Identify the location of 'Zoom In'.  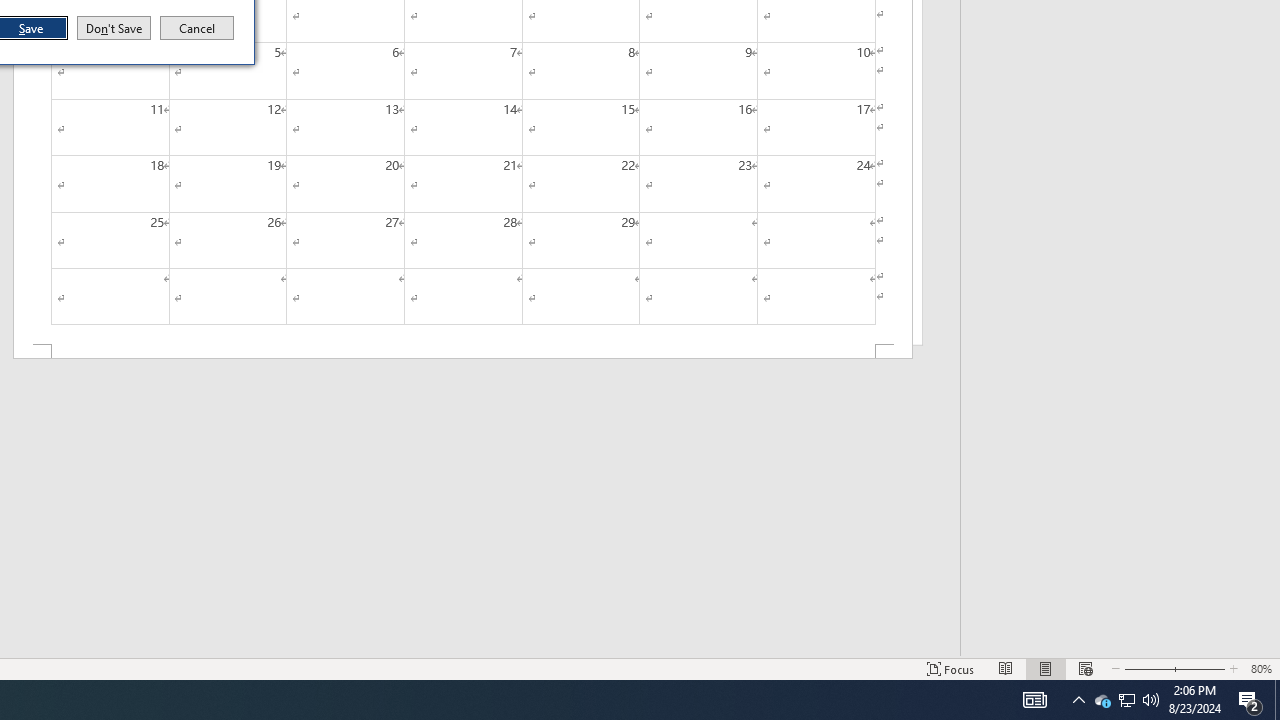
(1250, 698).